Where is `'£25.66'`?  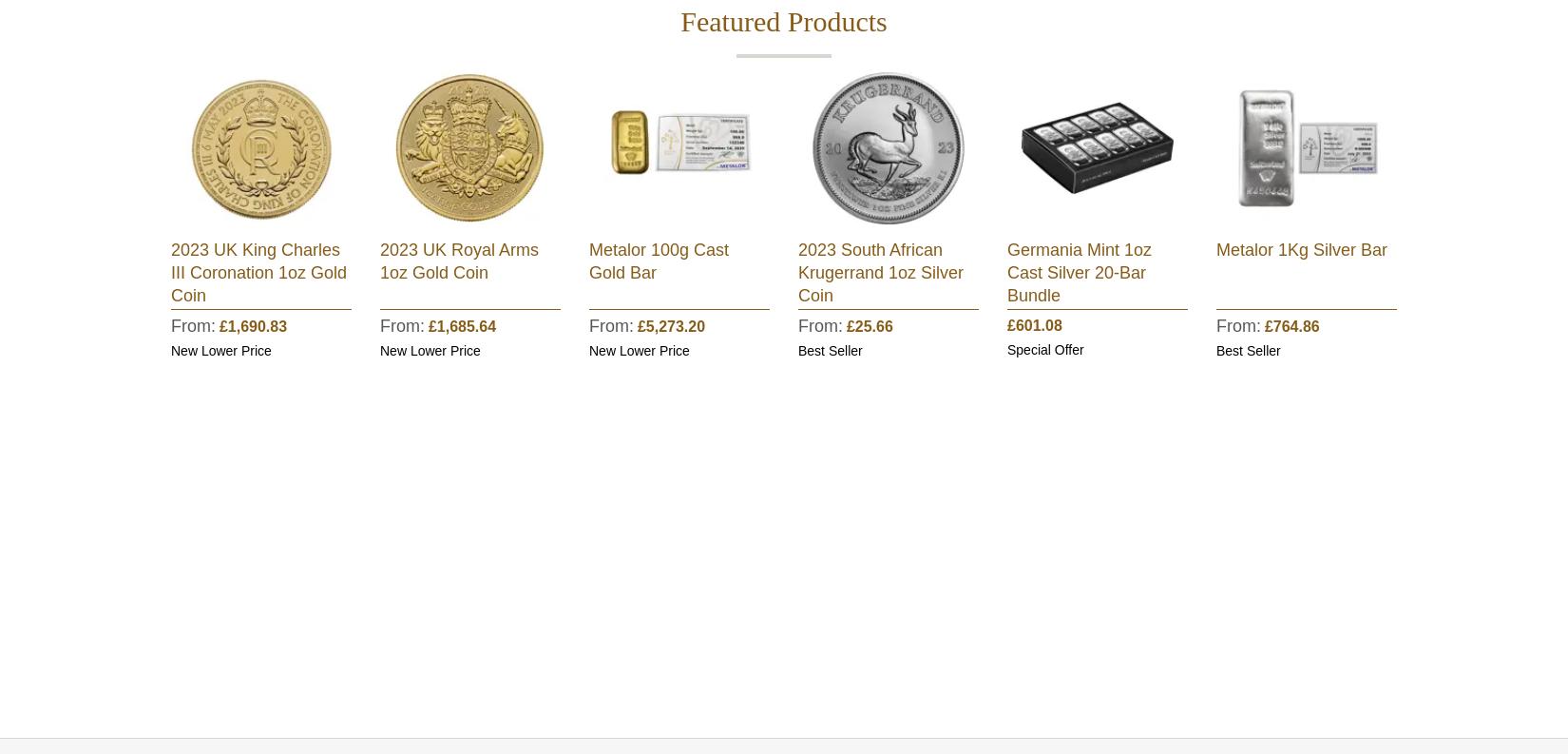 '£25.66' is located at coordinates (869, 326).